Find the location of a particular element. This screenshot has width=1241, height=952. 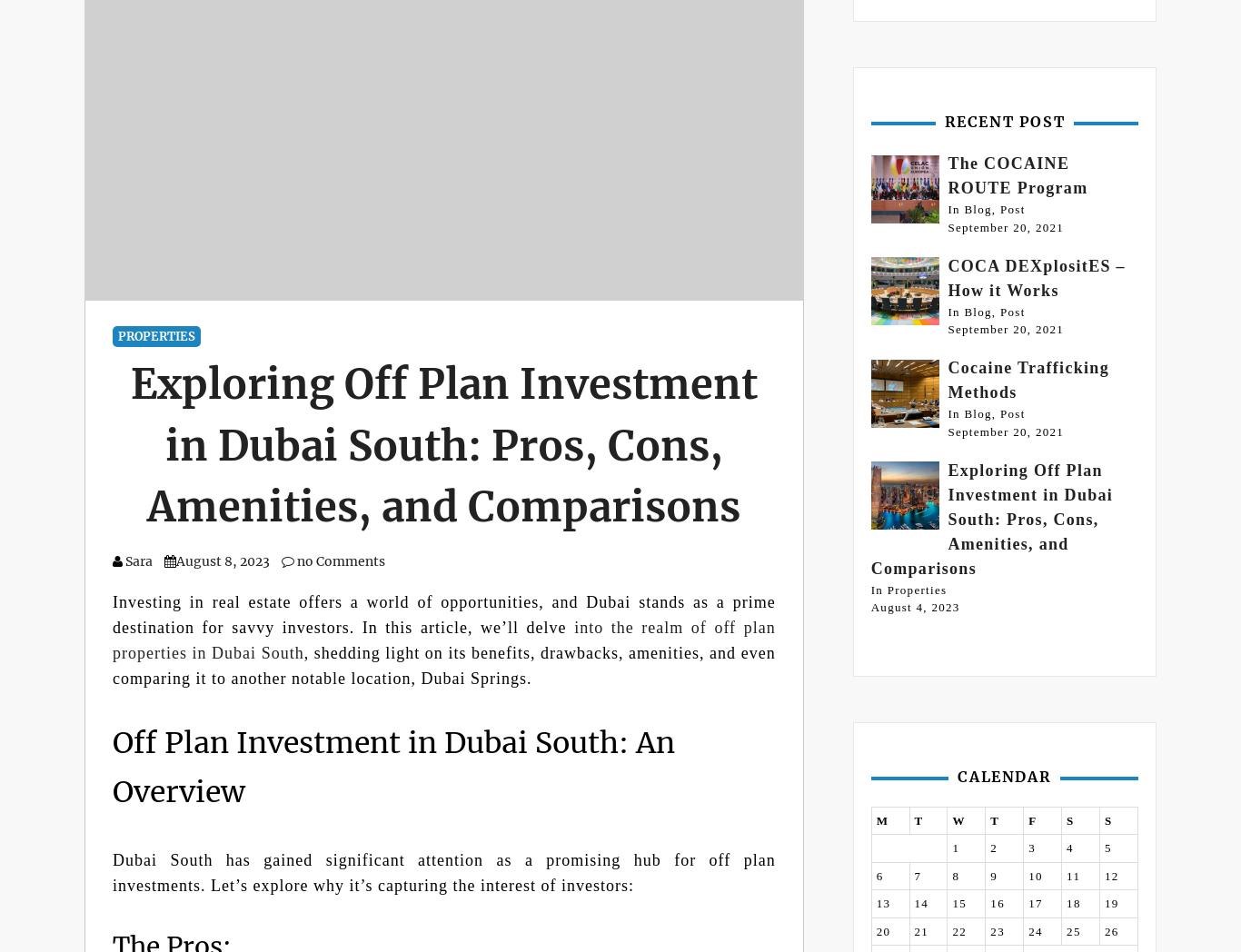

'9' is located at coordinates (993, 874).